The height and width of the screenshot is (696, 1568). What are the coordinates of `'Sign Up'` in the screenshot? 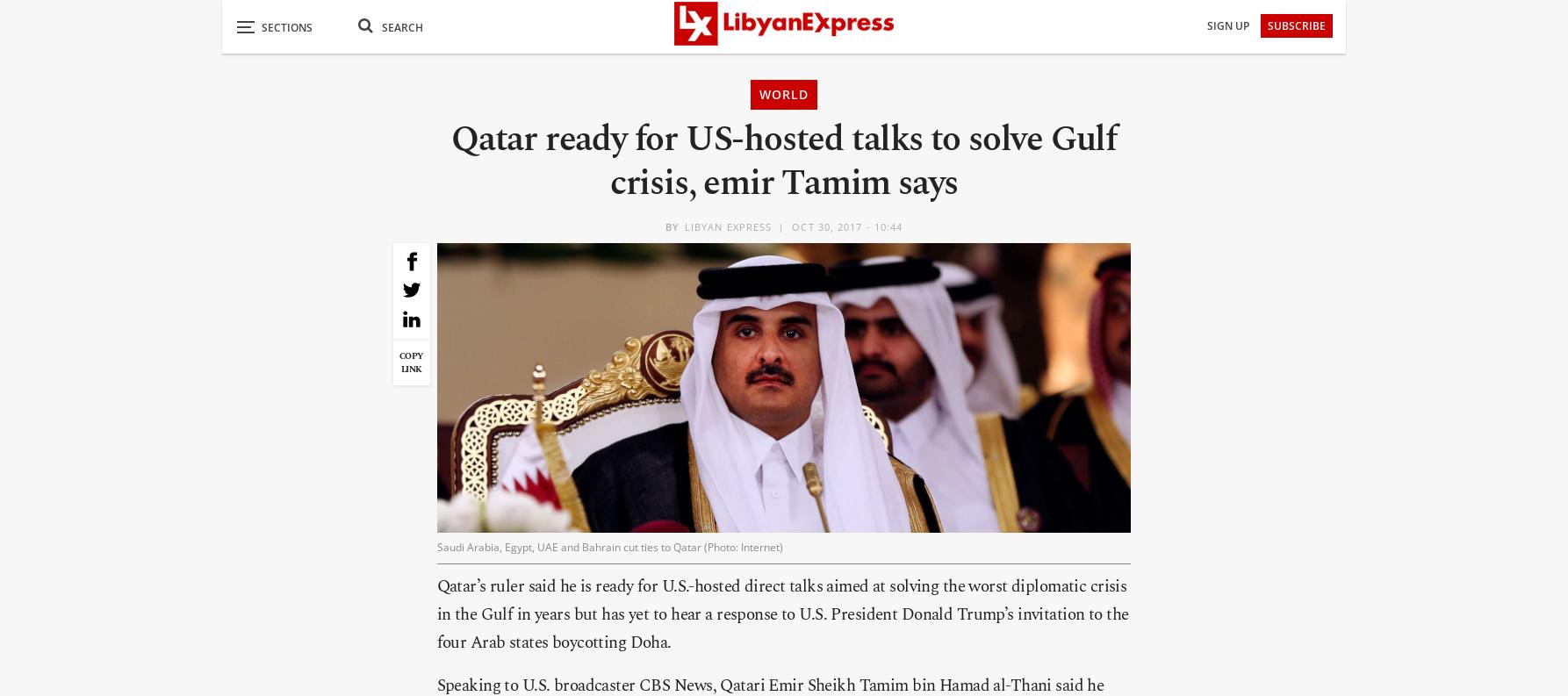 It's located at (1206, 25).